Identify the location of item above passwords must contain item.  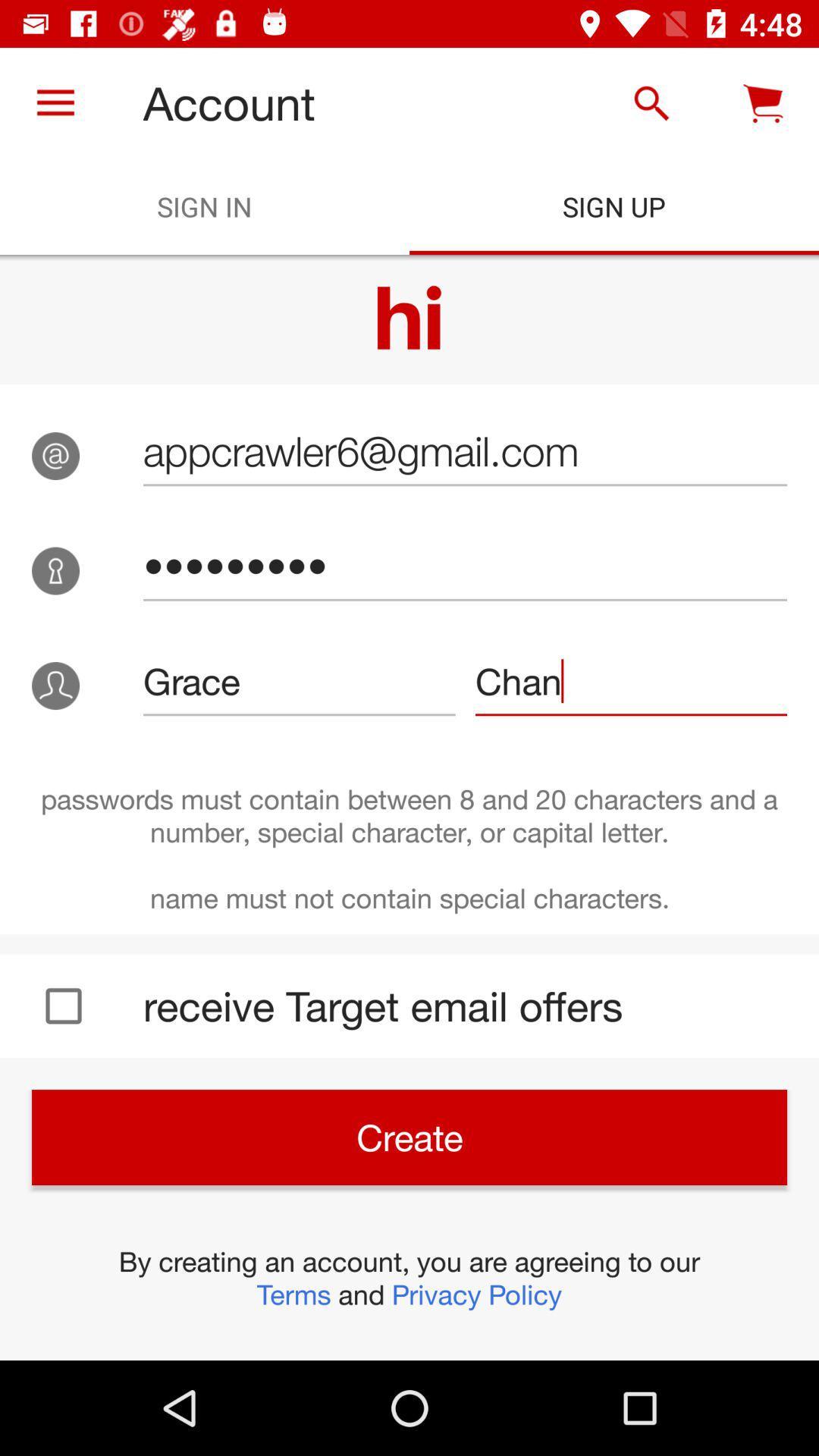
(299, 680).